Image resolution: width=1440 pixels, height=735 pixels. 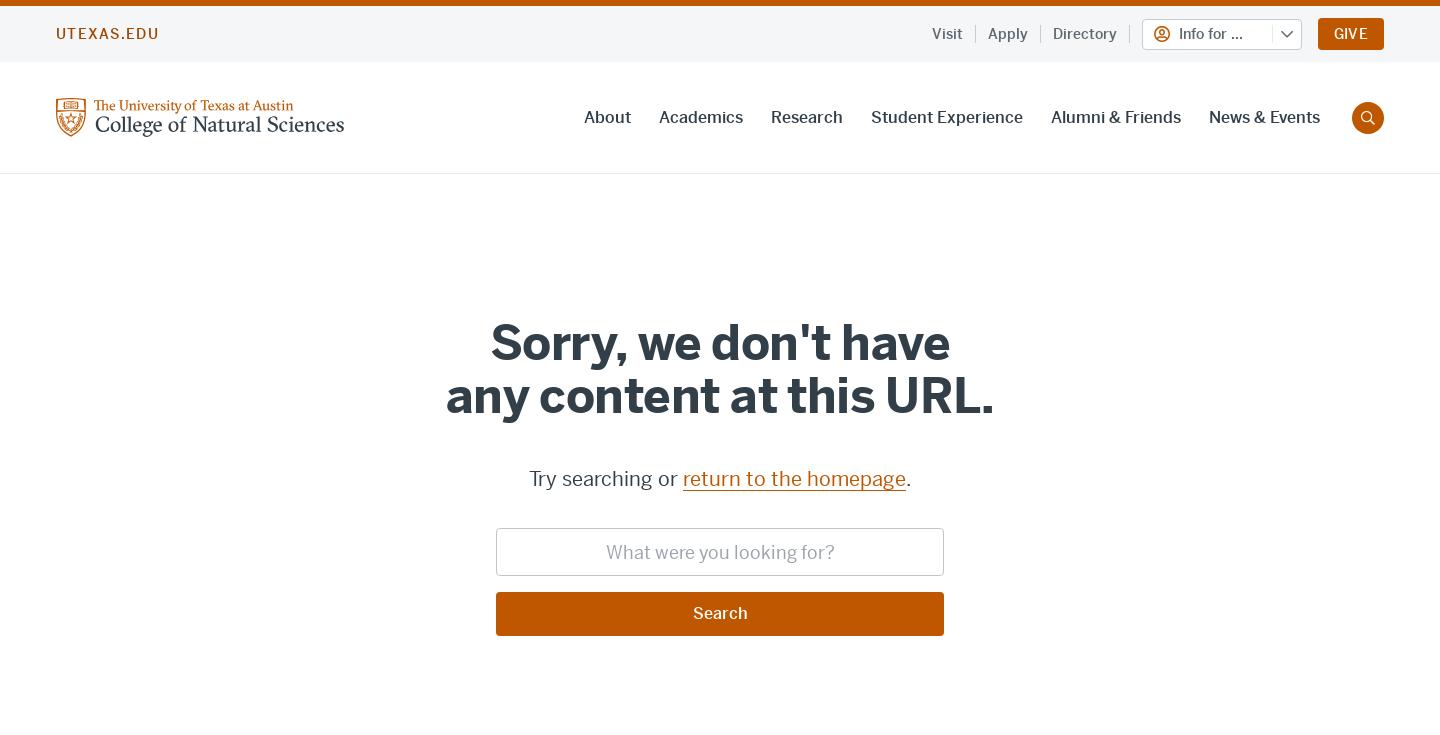 I want to click on 'Student Experience', so click(x=946, y=116).